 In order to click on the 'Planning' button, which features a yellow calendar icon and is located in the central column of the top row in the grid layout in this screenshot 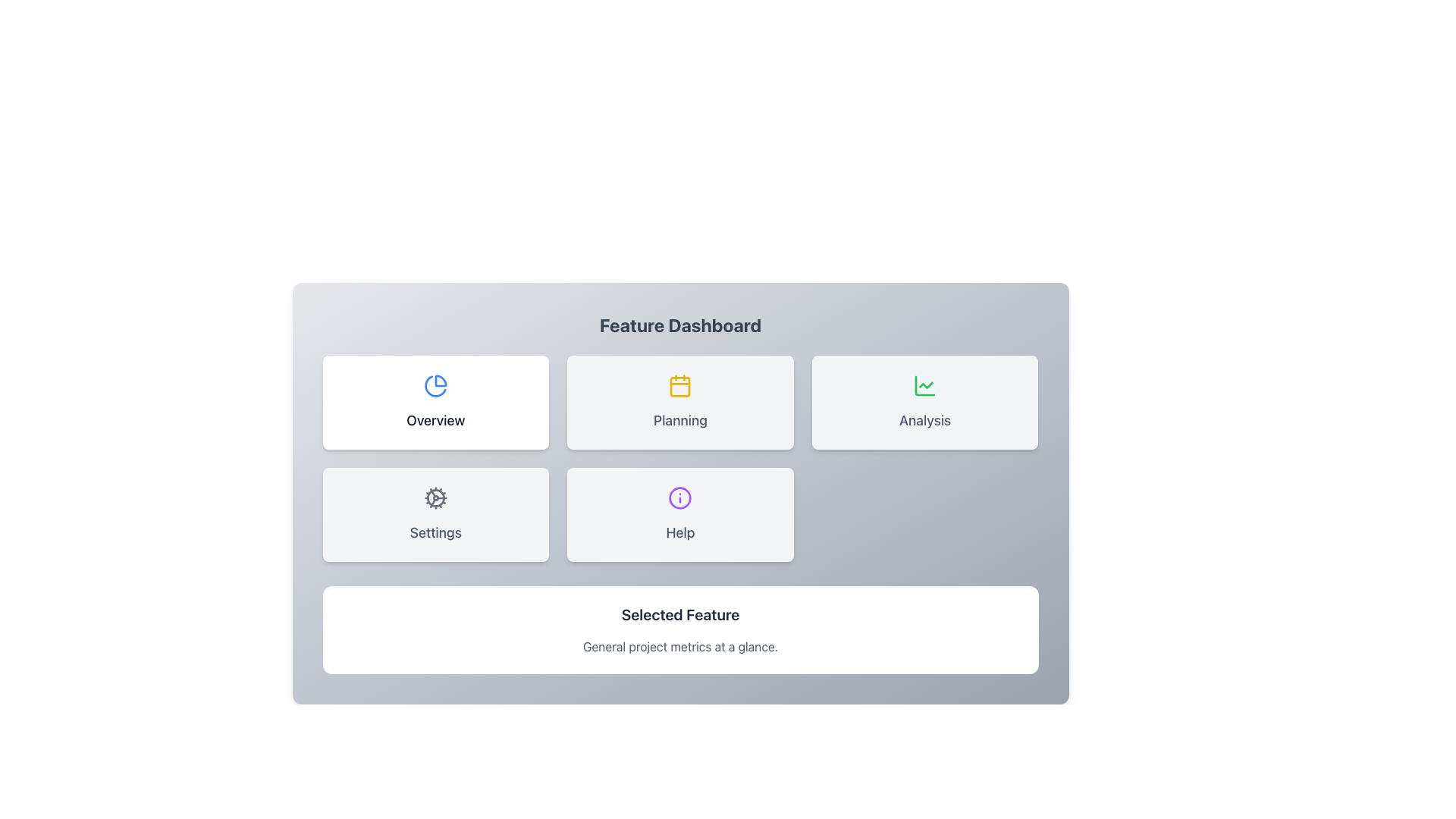, I will do `click(679, 402)`.